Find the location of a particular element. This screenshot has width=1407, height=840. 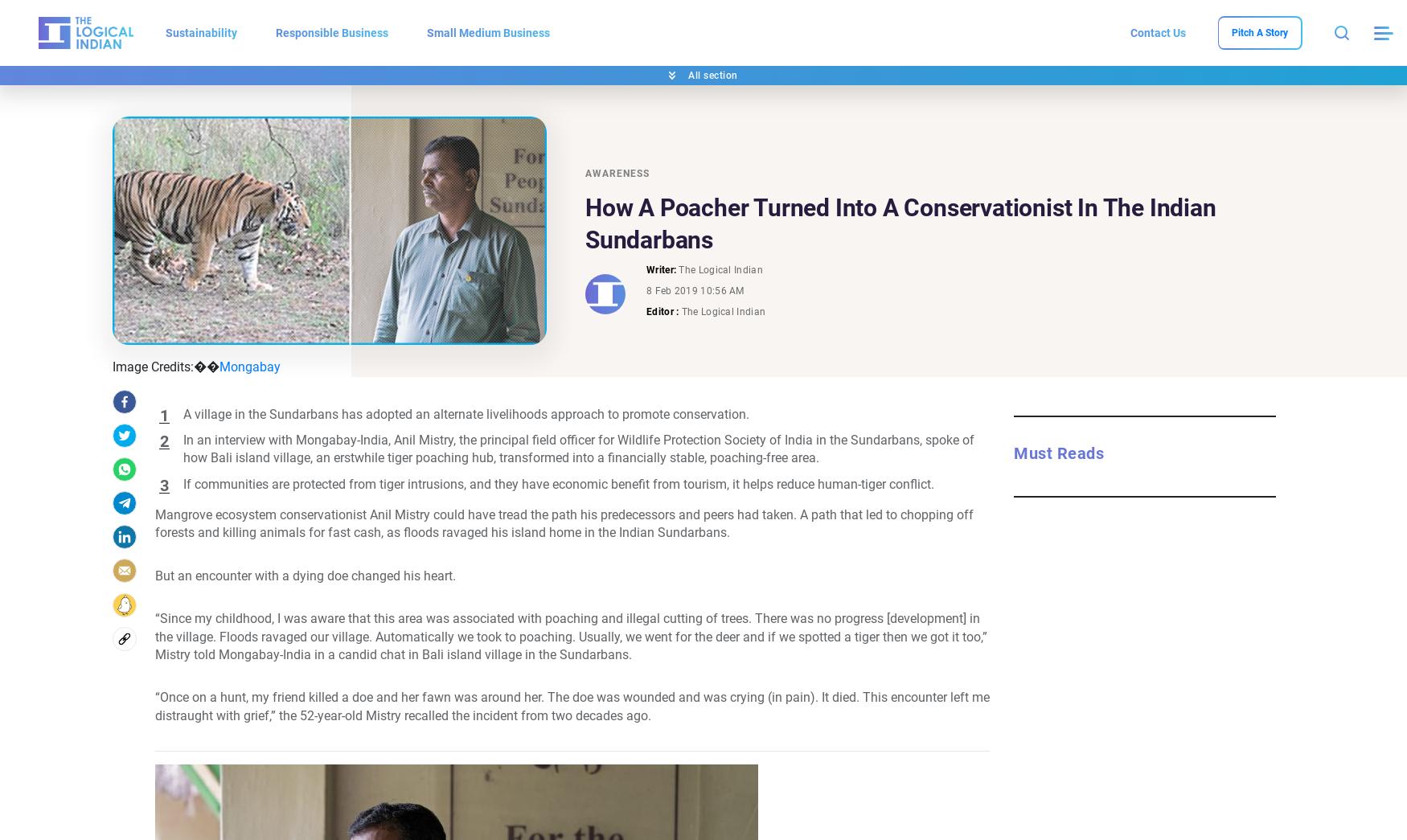

'Writer:' is located at coordinates (661, 269).